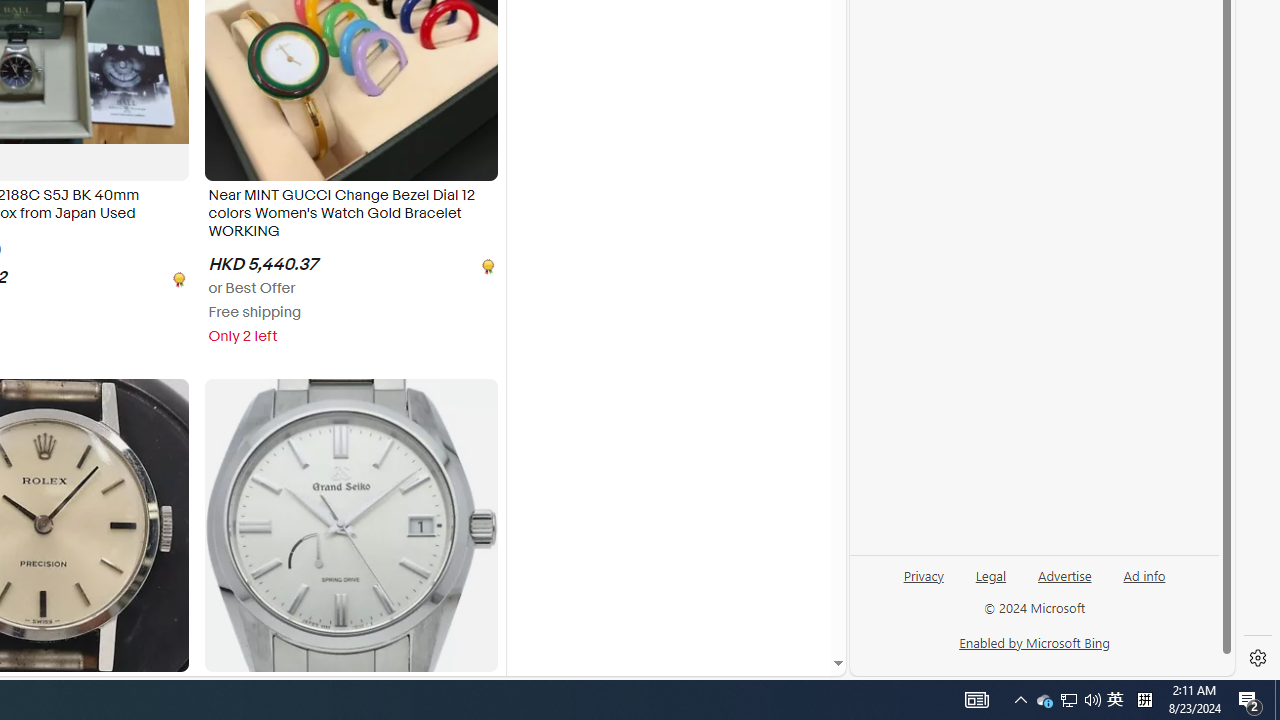 This screenshot has height=720, width=1280. What do you see at coordinates (922, 574) in the screenshot?
I see `'Privacy'` at bounding box center [922, 574].